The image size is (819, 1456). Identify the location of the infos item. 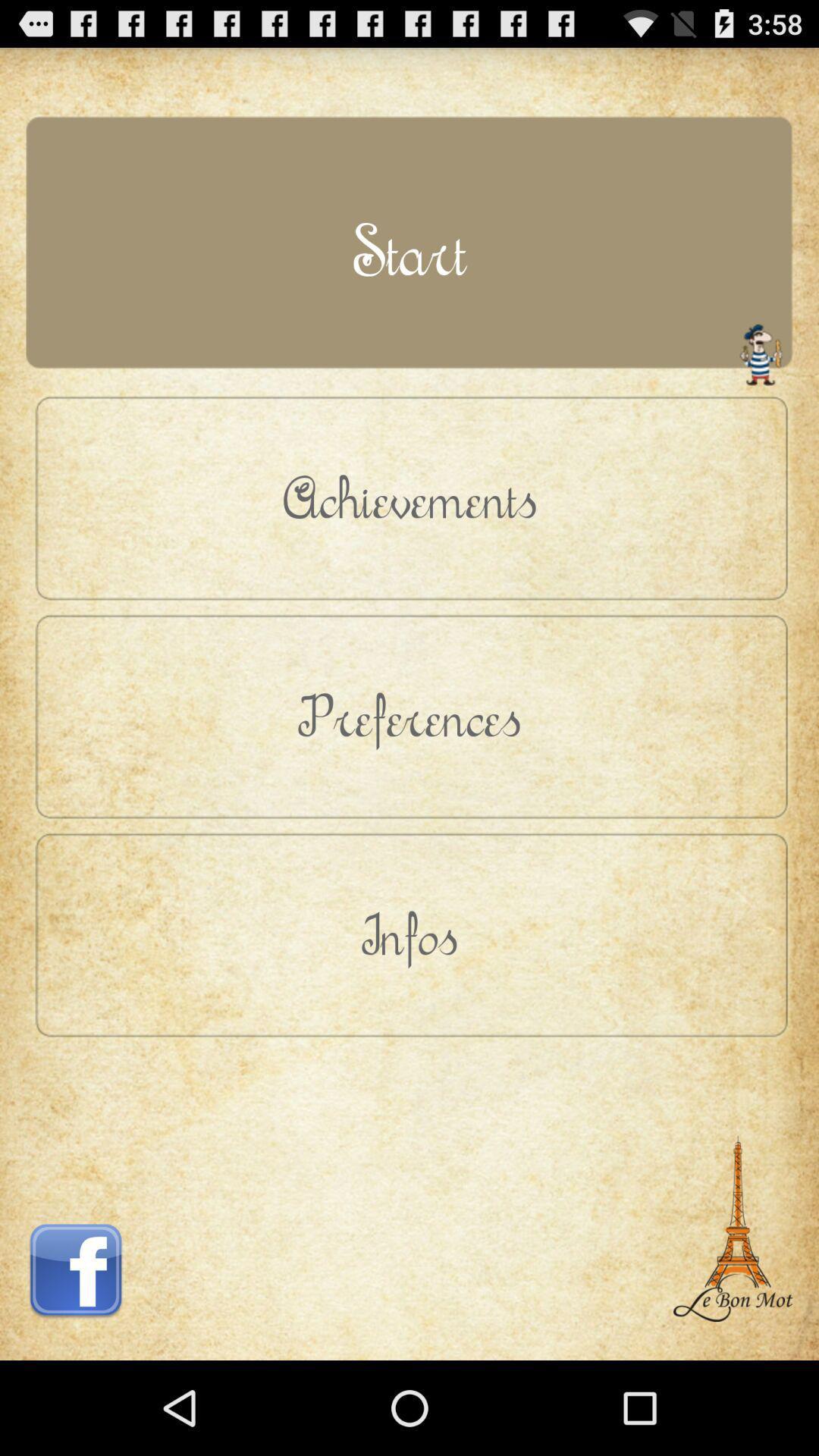
(409, 934).